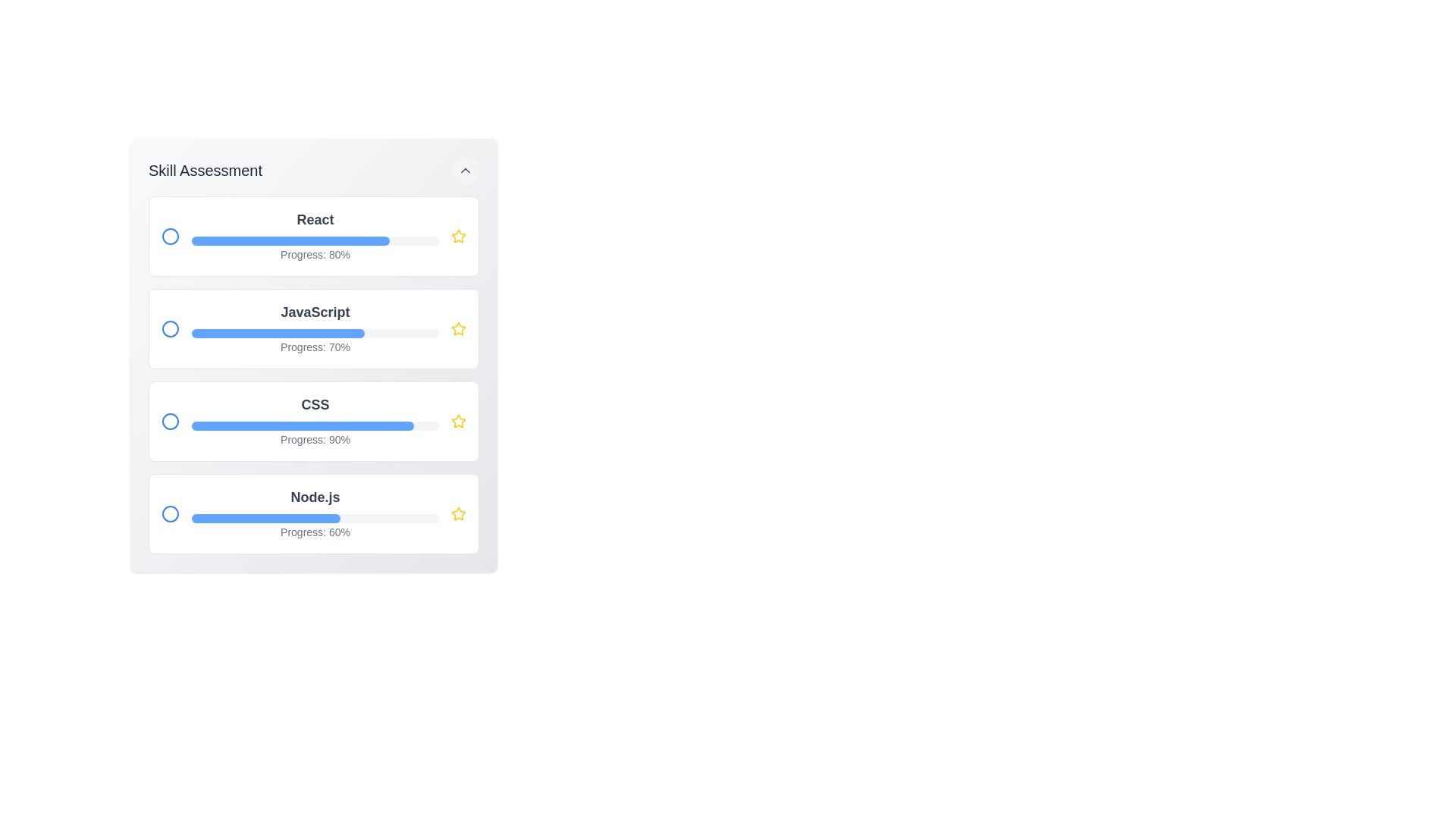 Image resolution: width=1456 pixels, height=819 pixels. I want to click on the skill item corresponding to JavaScript, so click(312, 328).